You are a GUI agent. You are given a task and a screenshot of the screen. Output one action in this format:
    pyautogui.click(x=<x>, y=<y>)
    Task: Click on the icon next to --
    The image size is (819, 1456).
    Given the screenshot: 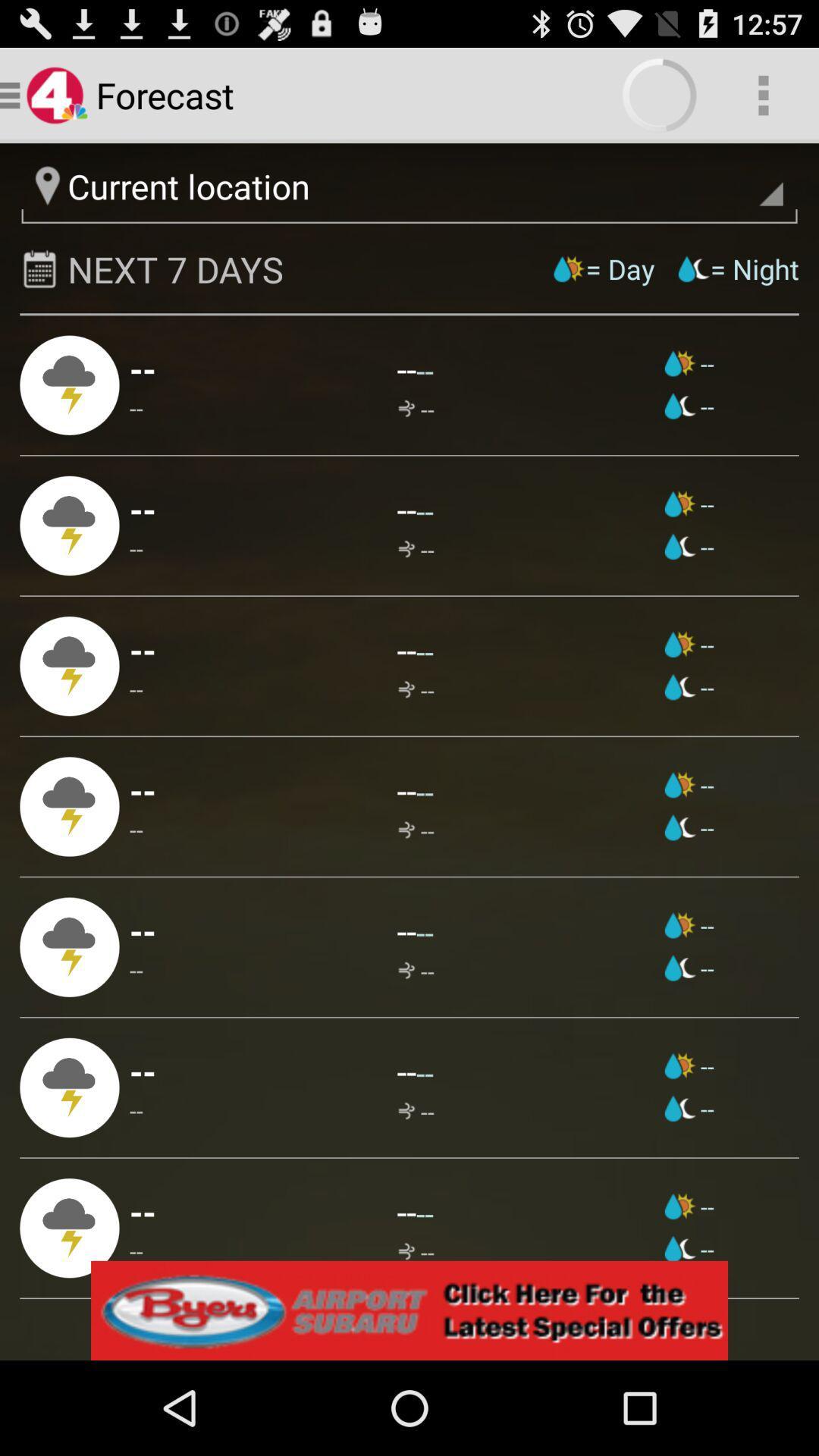 What is the action you would take?
    pyautogui.click(x=689, y=686)
    